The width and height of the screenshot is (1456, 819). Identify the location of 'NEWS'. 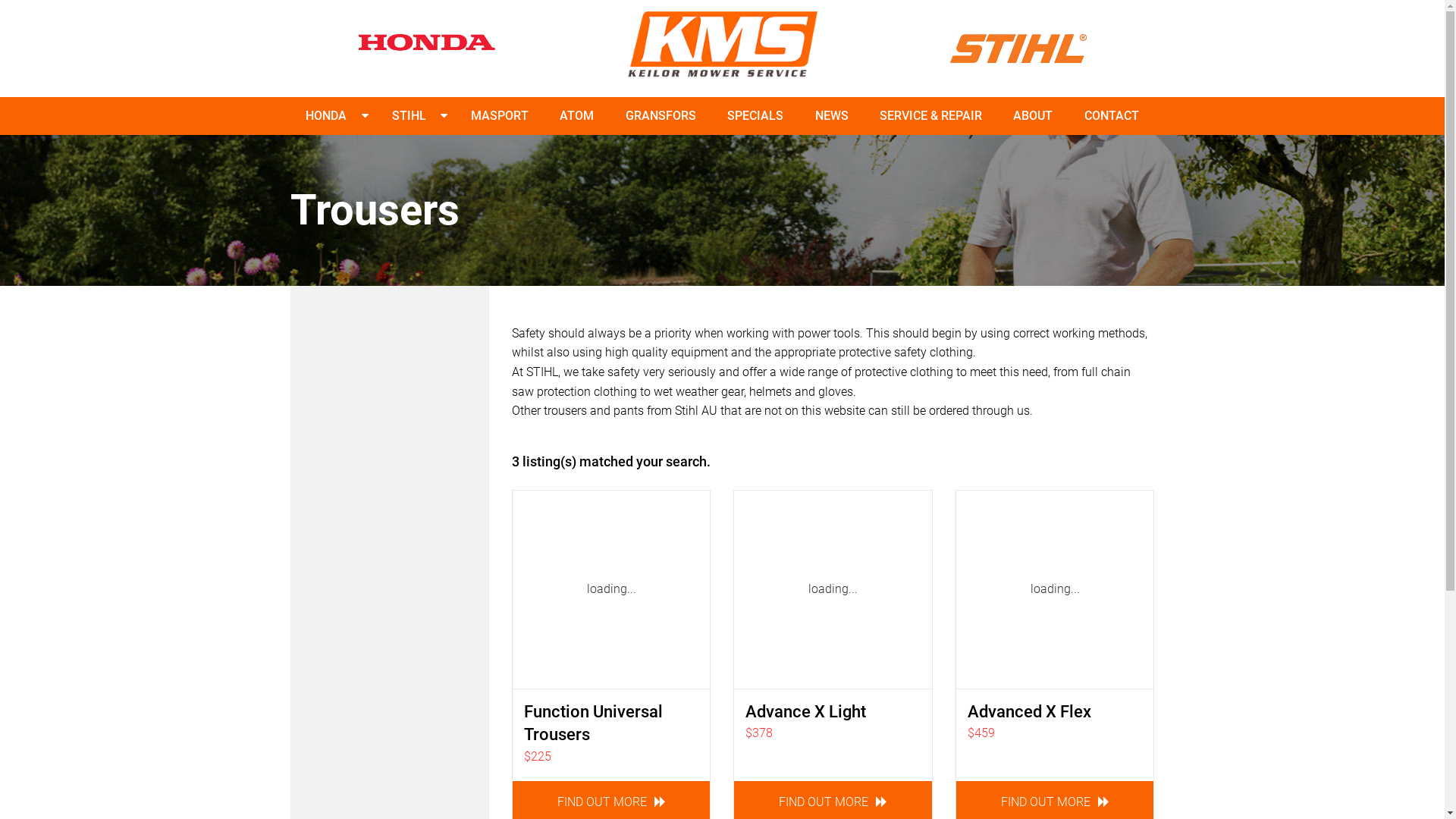
(831, 115).